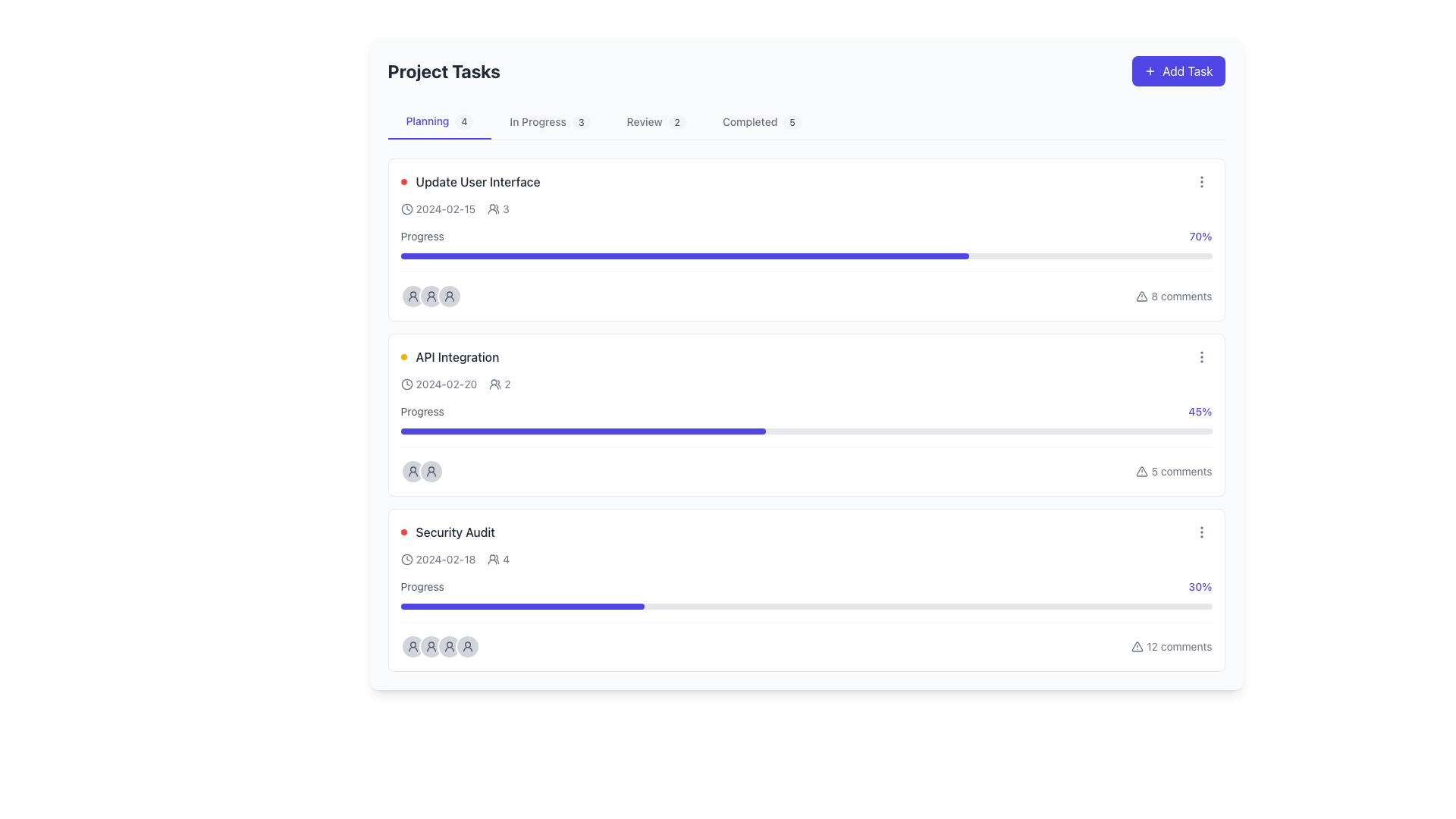 The width and height of the screenshot is (1456, 819). What do you see at coordinates (413, 296) in the screenshot?
I see `the first circular user avatar with a gray background and a white outline, located just below the 'Progress' bar in the 'Update User Interface' task card of the 'Project Tasks' interface` at bounding box center [413, 296].